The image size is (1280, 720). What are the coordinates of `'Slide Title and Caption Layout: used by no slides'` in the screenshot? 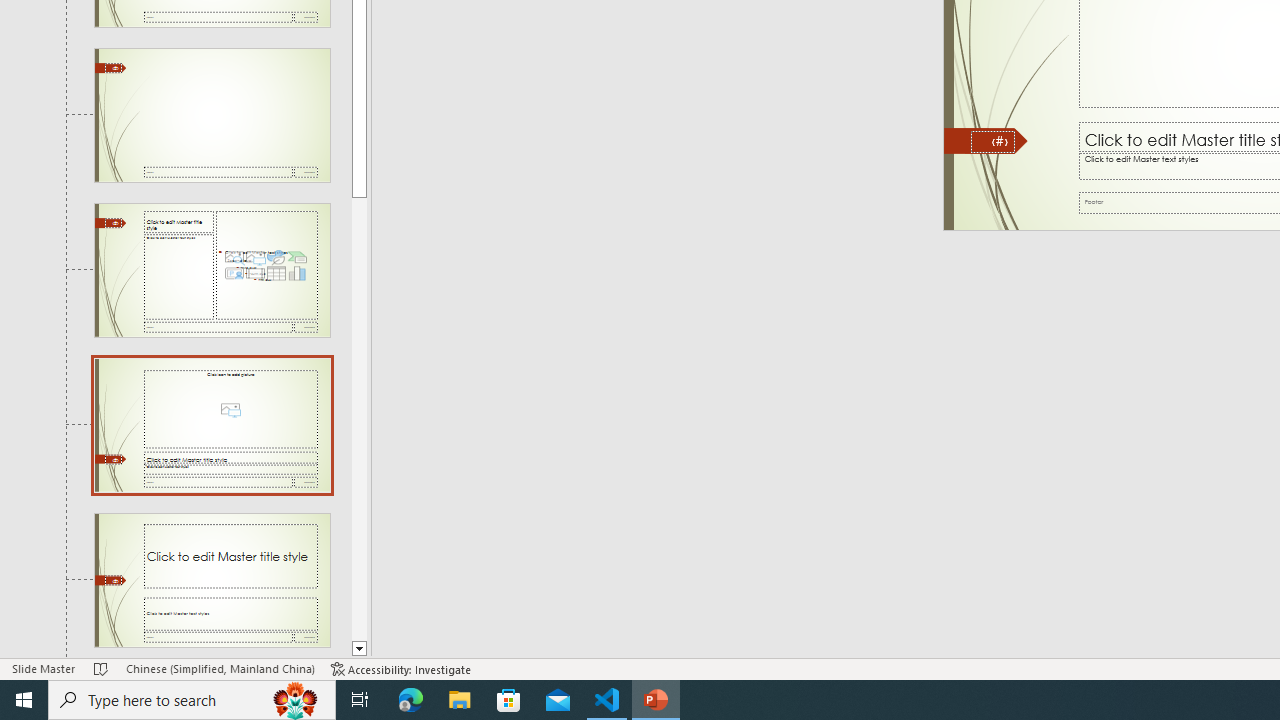 It's located at (212, 580).